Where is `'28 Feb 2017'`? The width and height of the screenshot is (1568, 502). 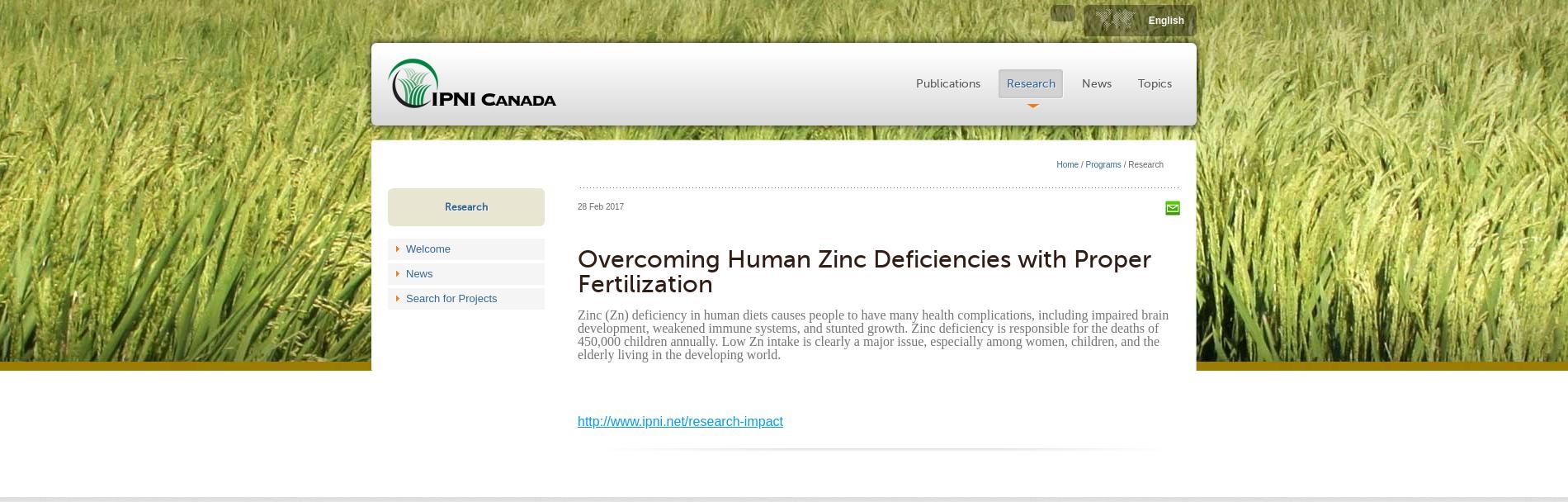 '28 Feb 2017' is located at coordinates (577, 206).